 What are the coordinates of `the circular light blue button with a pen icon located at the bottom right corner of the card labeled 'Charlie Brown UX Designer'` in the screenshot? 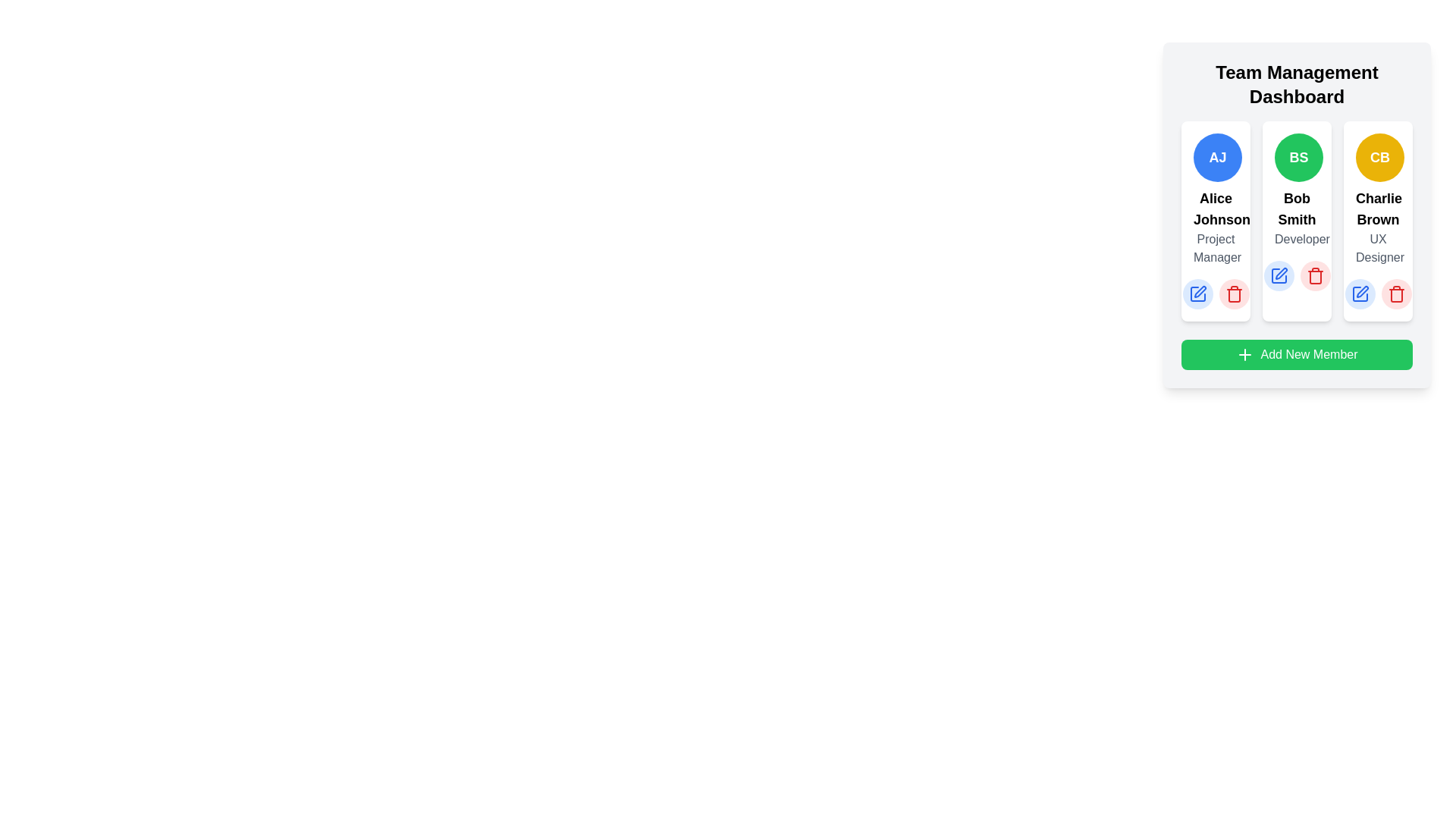 It's located at (1360, 294).